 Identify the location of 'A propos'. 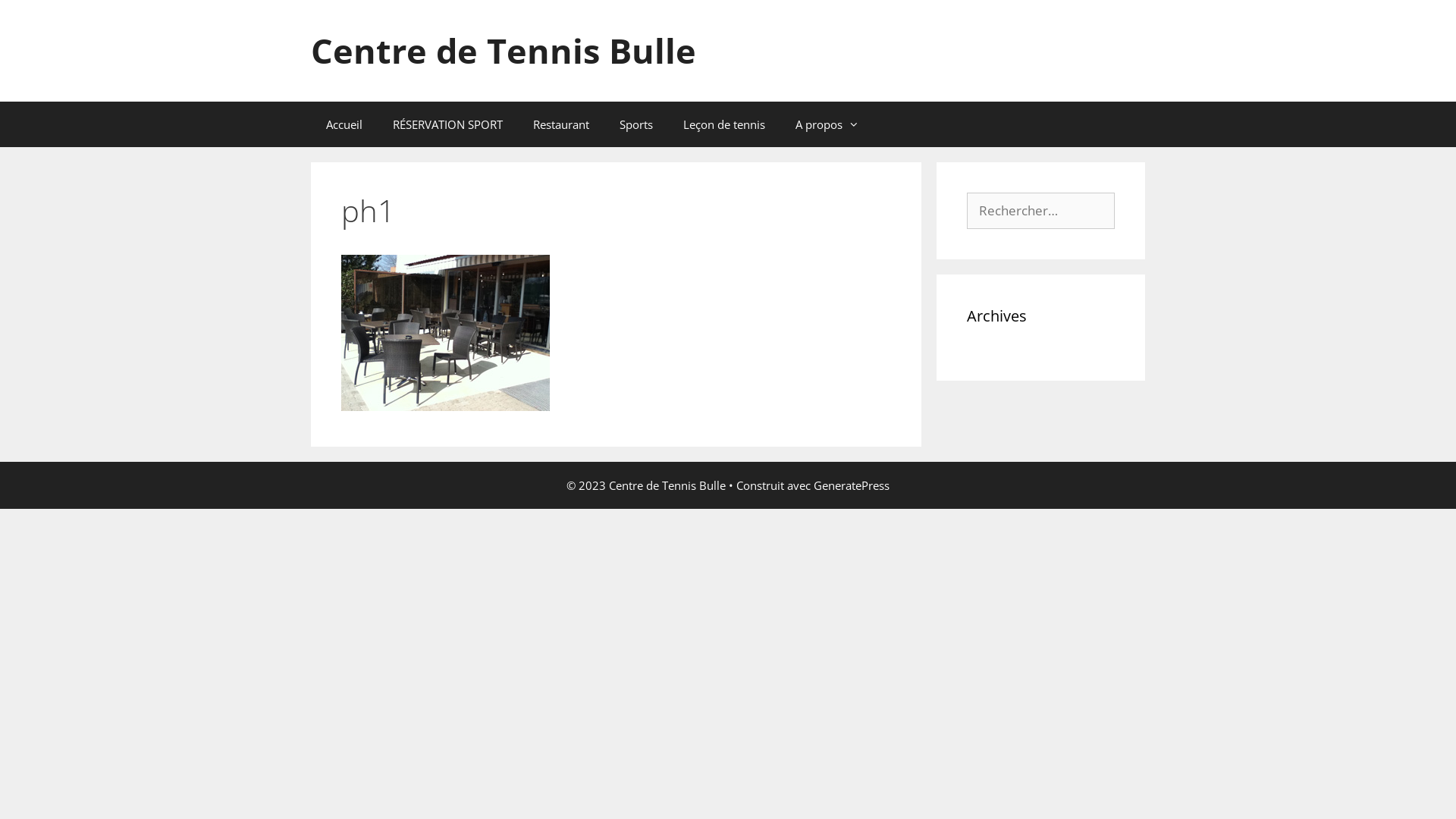
(826, 124).